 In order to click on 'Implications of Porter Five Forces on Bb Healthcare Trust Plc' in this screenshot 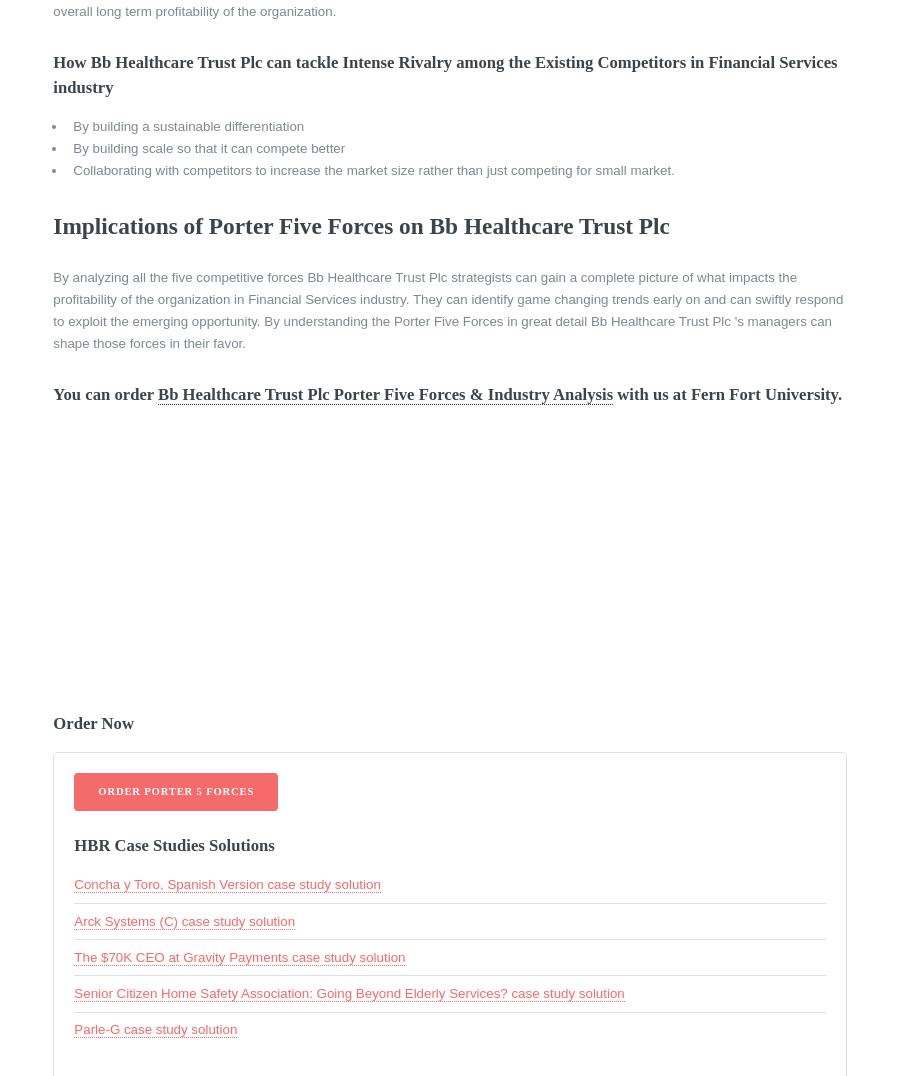, I will do `click(360, 225)`.